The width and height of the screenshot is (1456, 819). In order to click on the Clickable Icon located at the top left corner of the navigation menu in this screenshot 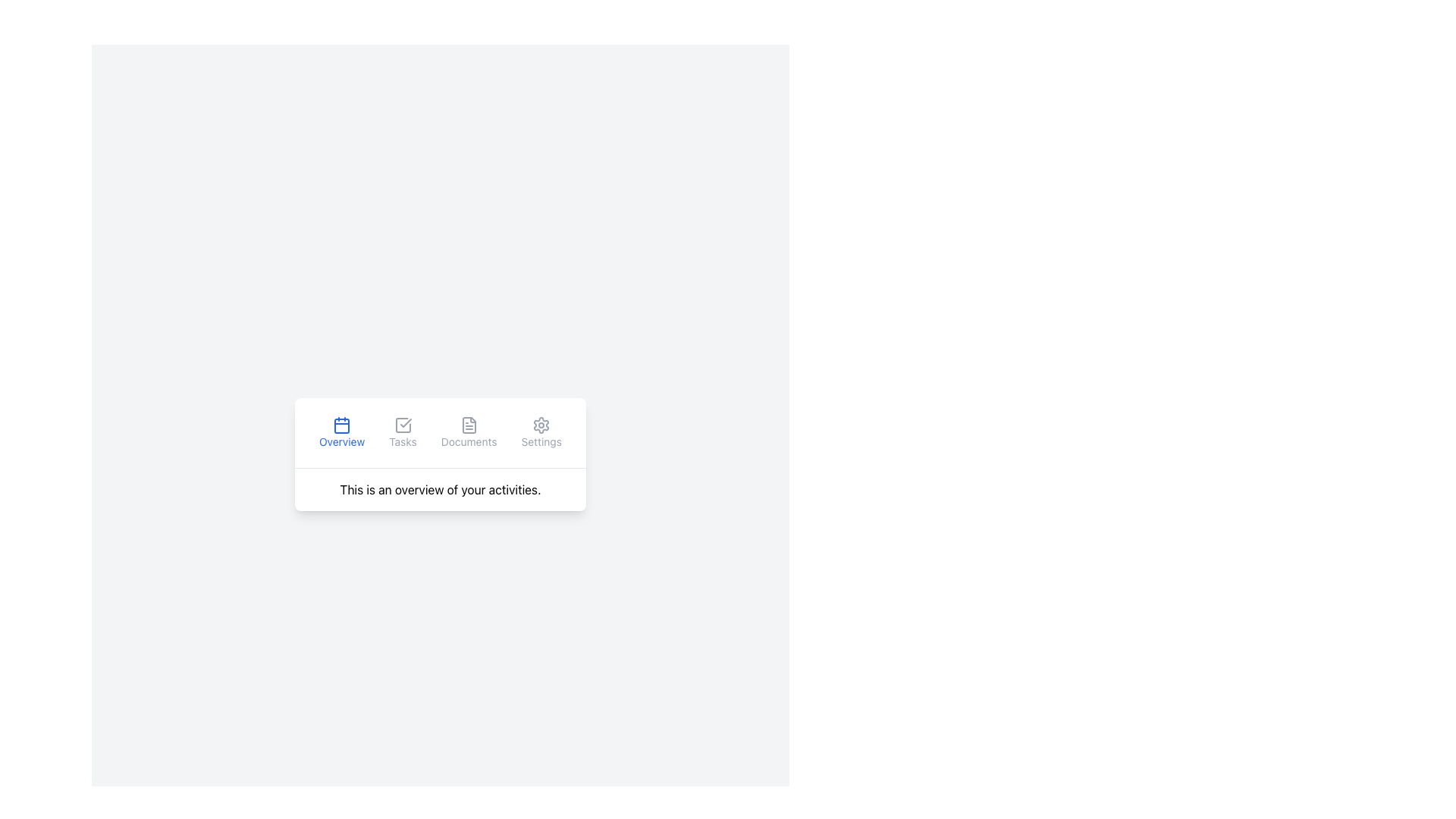, I will do `click(341, 425)`.